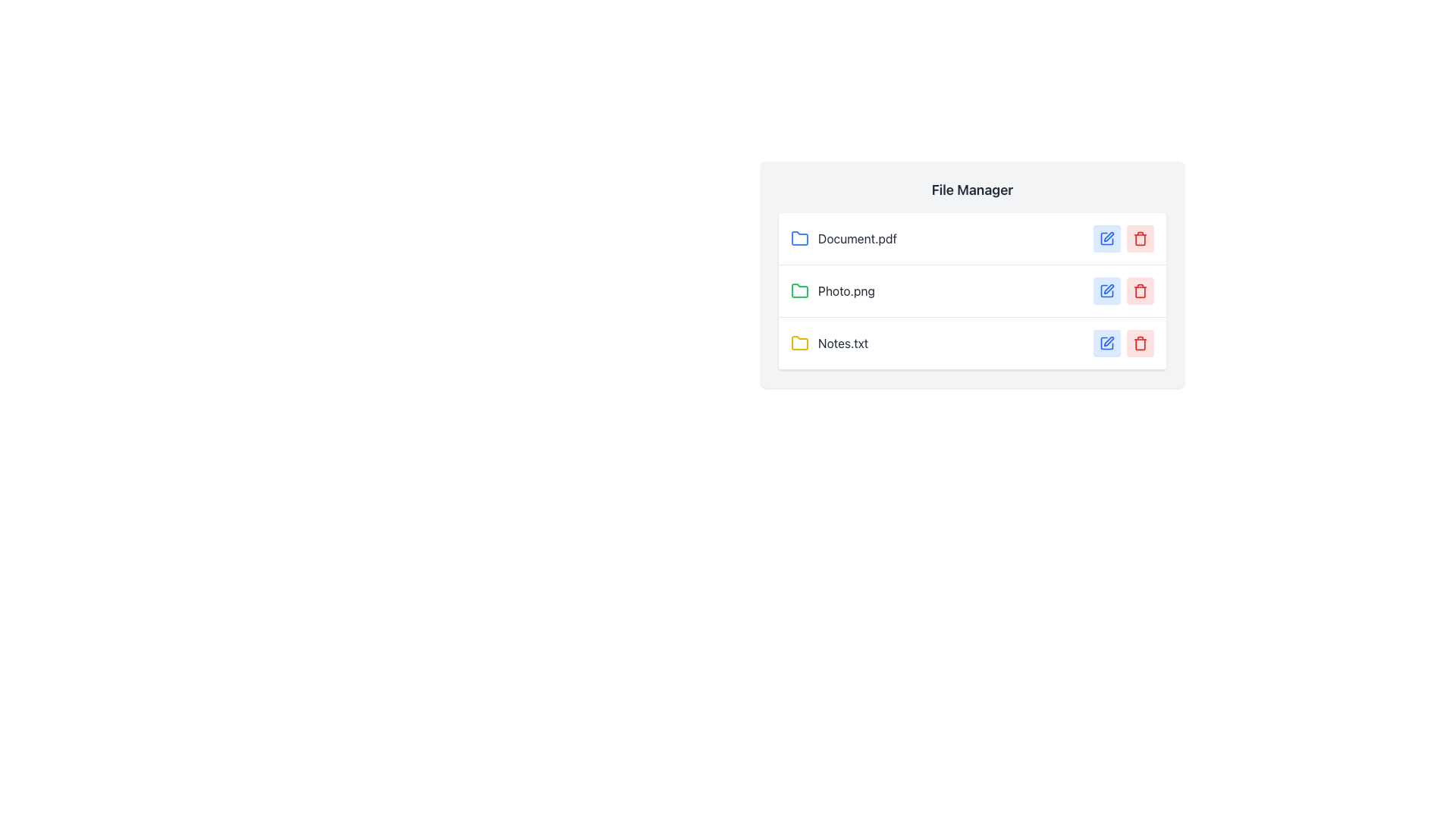 The height and width of the screenshot is (819, 1456). Describe the element at coordinates (832, 291) in the screenshot. I see `the text label 'Photo.png'` at that location.